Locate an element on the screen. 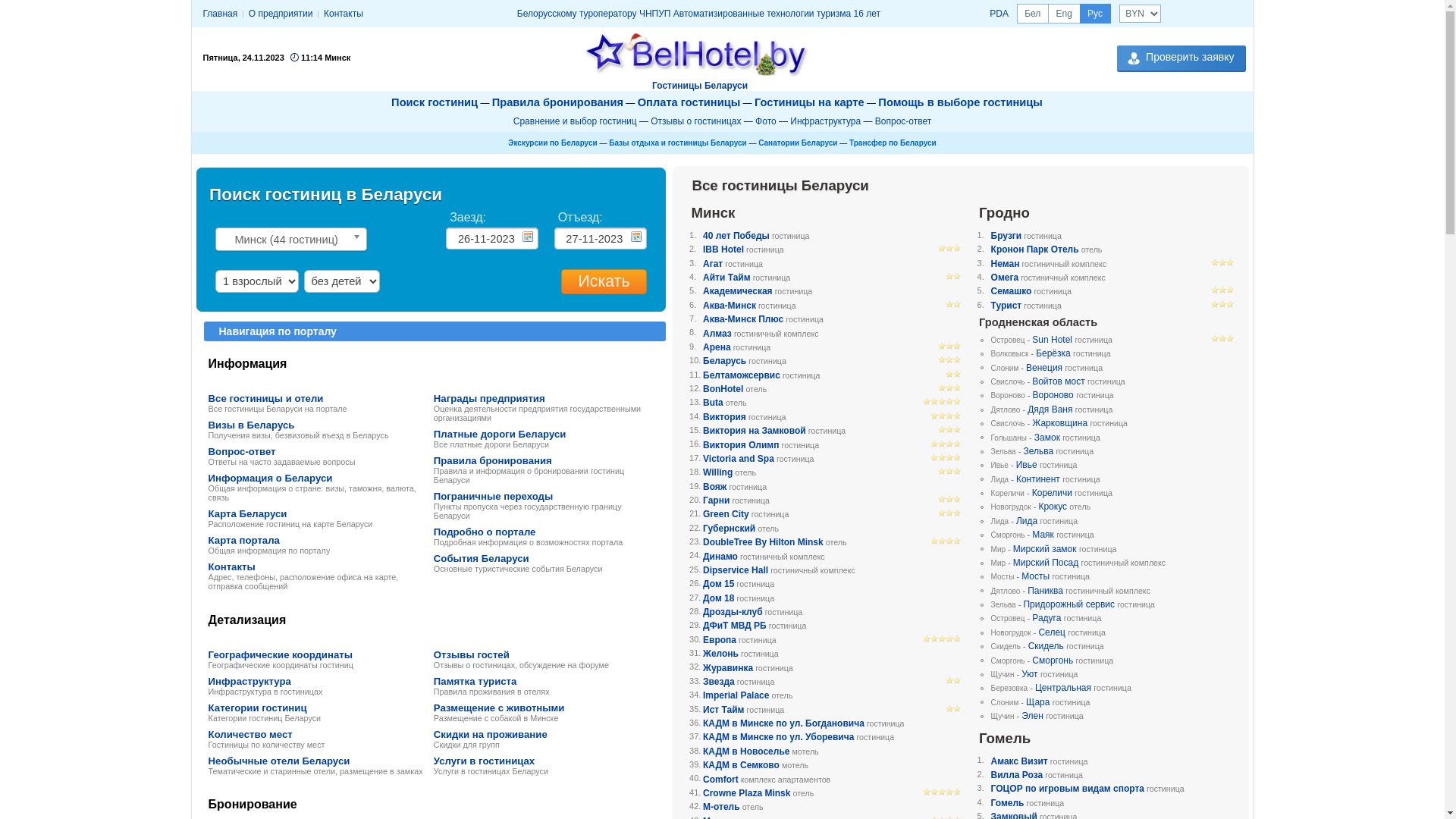 Image resolution: width=1456 pixels, height=819 pixels. 'Eng' is located at coordinates (1063, 14).